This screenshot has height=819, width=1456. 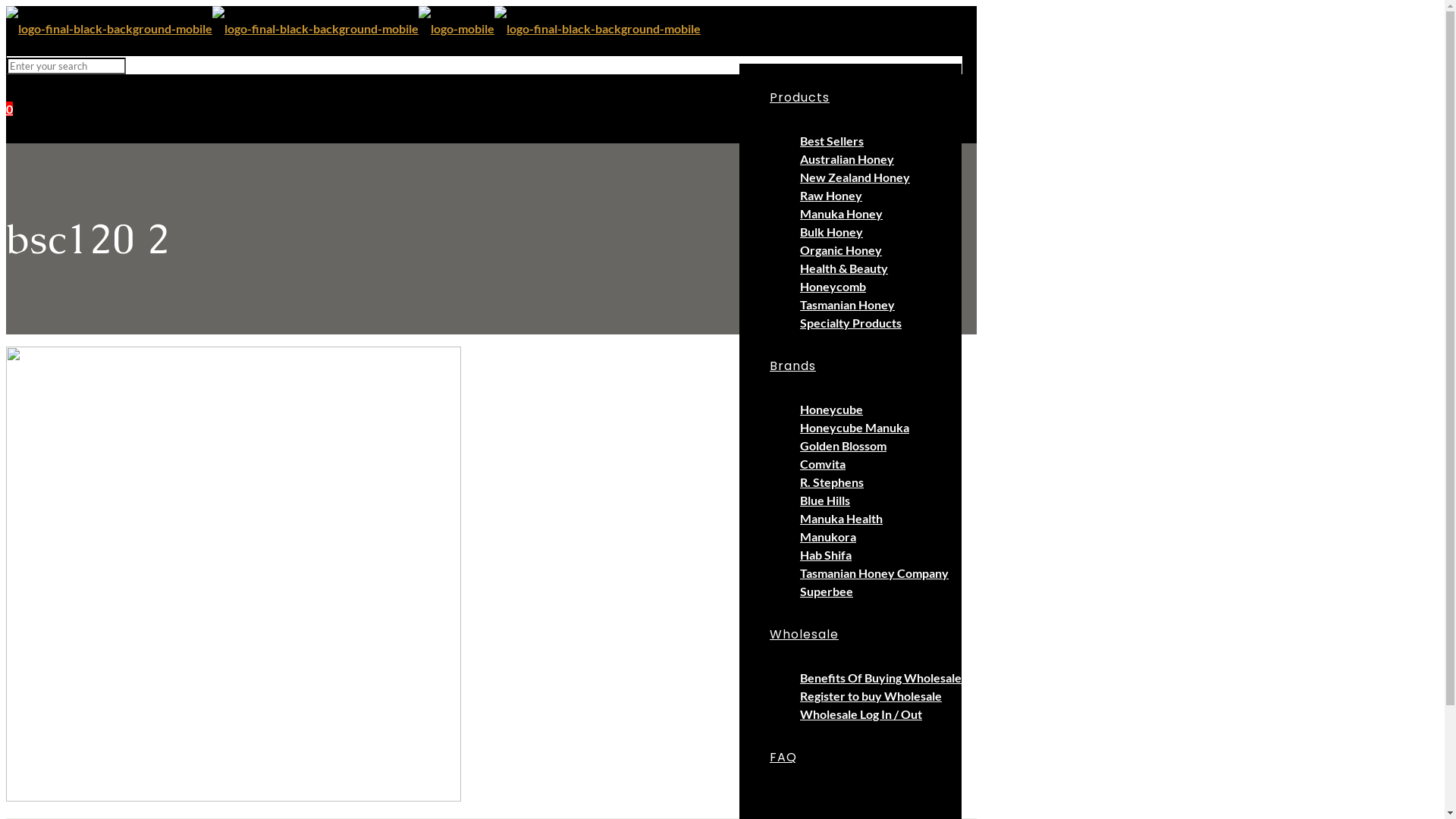 I want to click on 'Benefits Of Buying Wholesale', so click(x=799, y=676).